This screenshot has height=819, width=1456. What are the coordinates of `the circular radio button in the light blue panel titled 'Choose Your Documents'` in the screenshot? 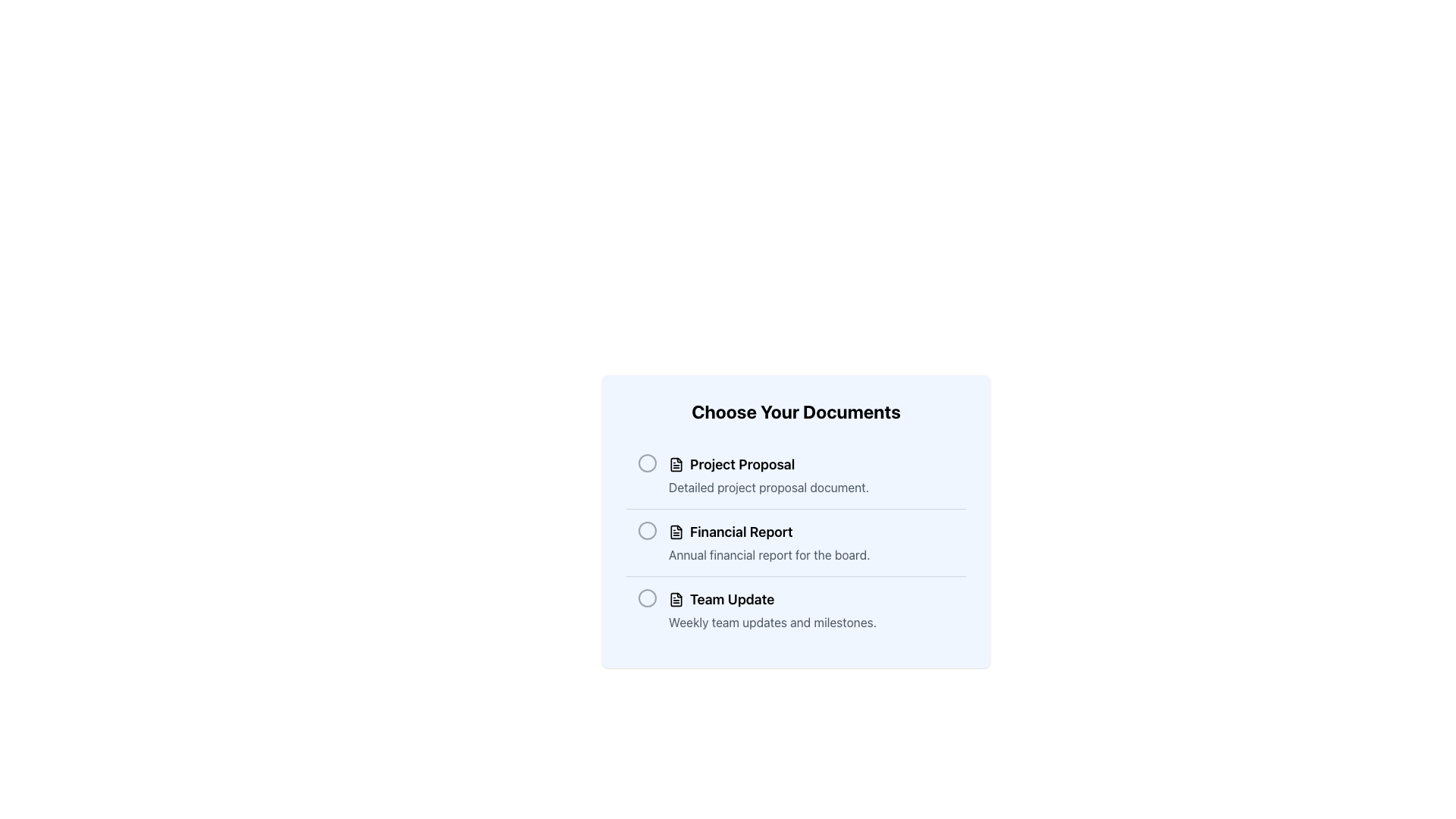 It's located at (795, 520).